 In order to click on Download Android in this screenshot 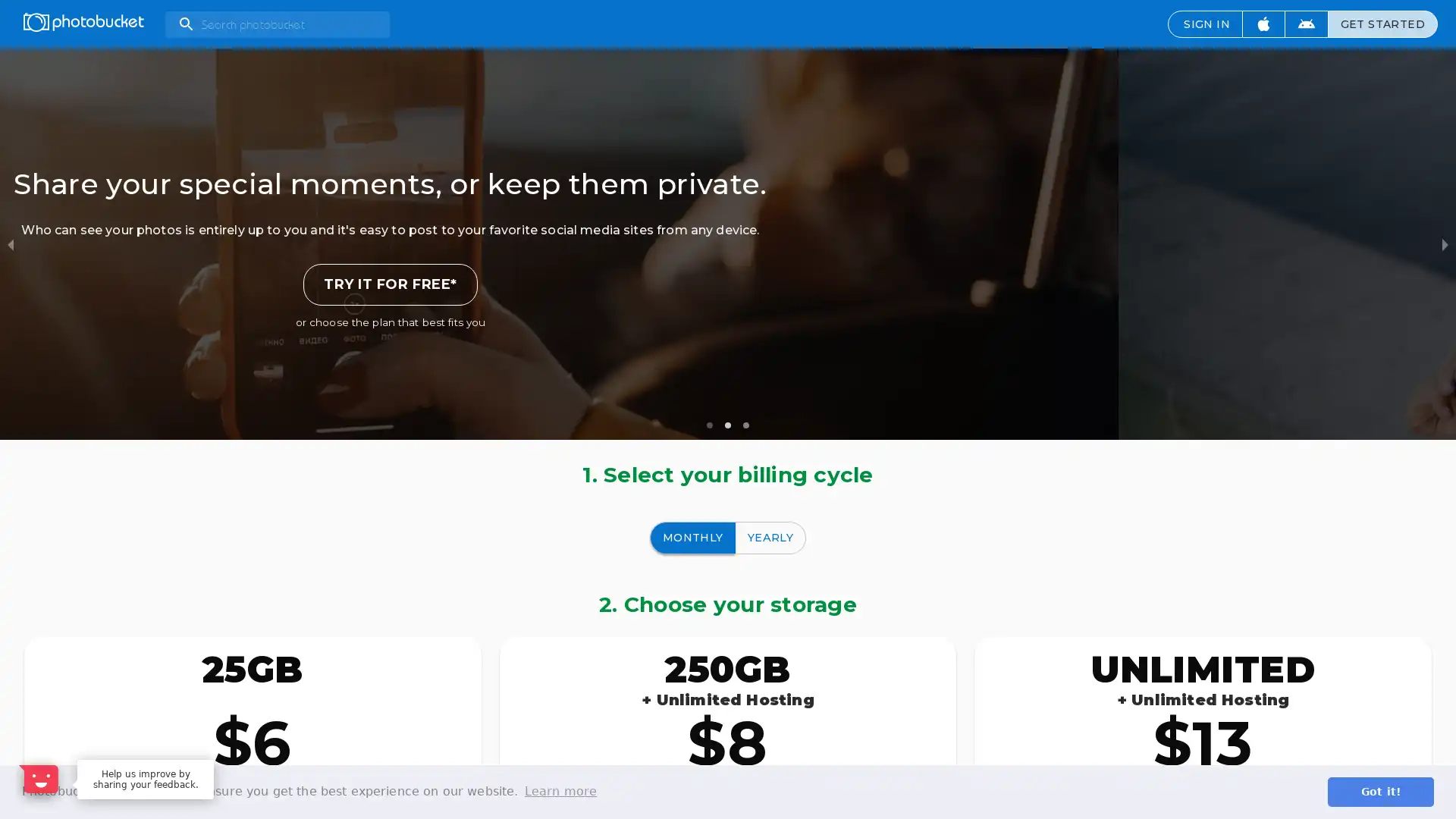, I will do `click(1305, 24)`.